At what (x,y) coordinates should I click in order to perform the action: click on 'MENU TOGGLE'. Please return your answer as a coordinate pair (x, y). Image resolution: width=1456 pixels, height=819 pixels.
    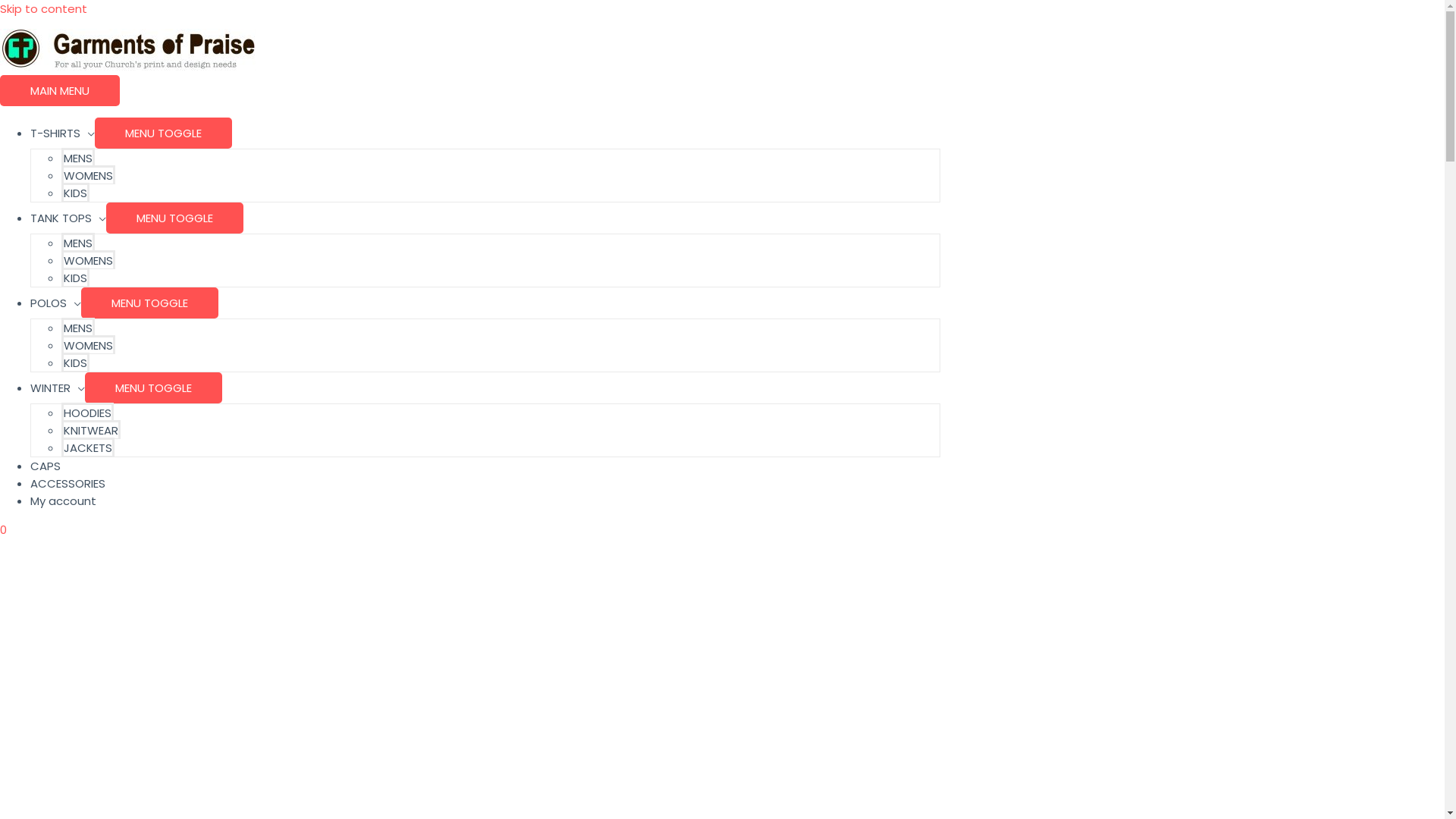
    Looking at the image, I should click on (174, 218).